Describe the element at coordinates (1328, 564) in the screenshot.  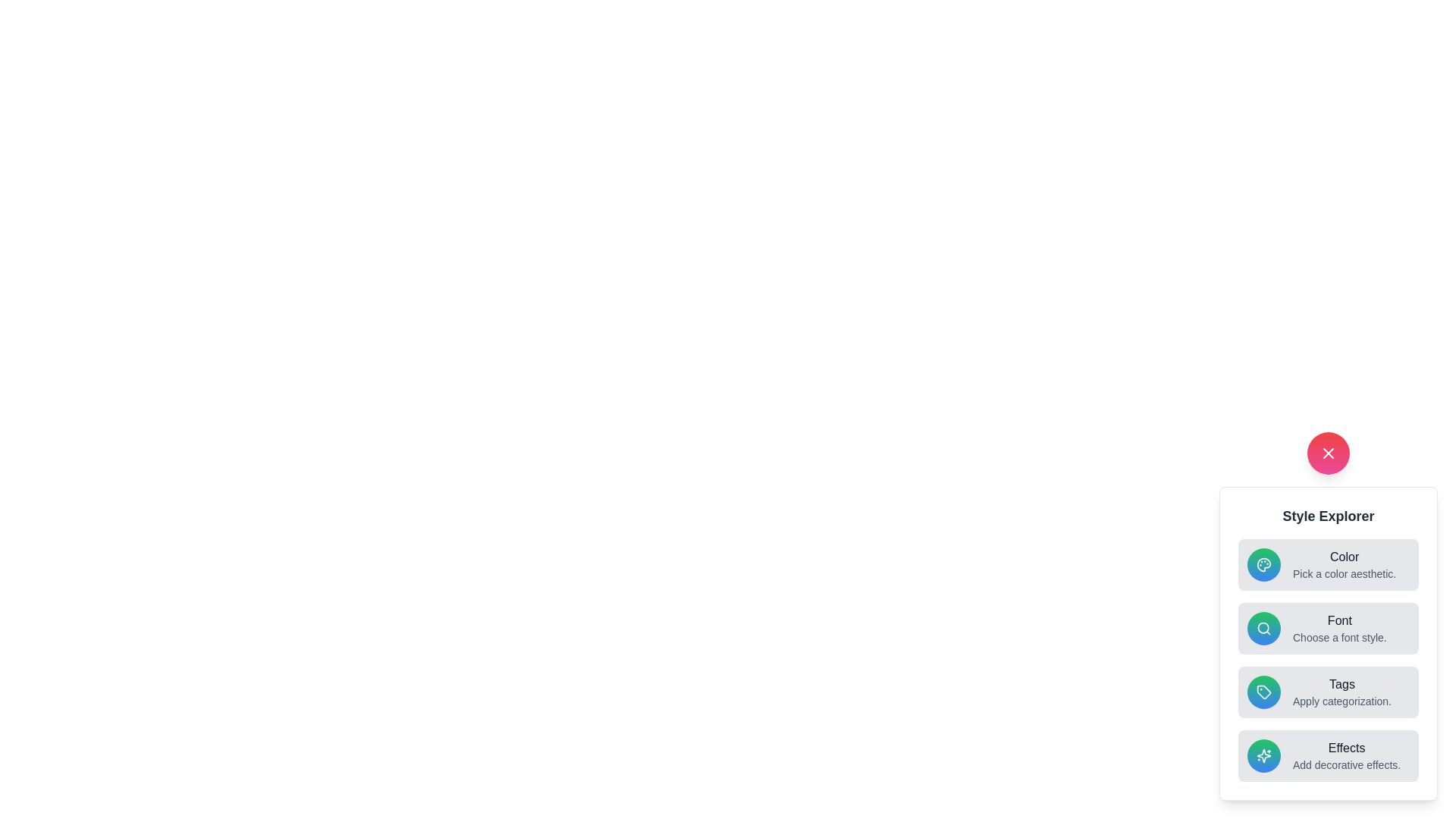
I see `the style option labeled Color` at that location.